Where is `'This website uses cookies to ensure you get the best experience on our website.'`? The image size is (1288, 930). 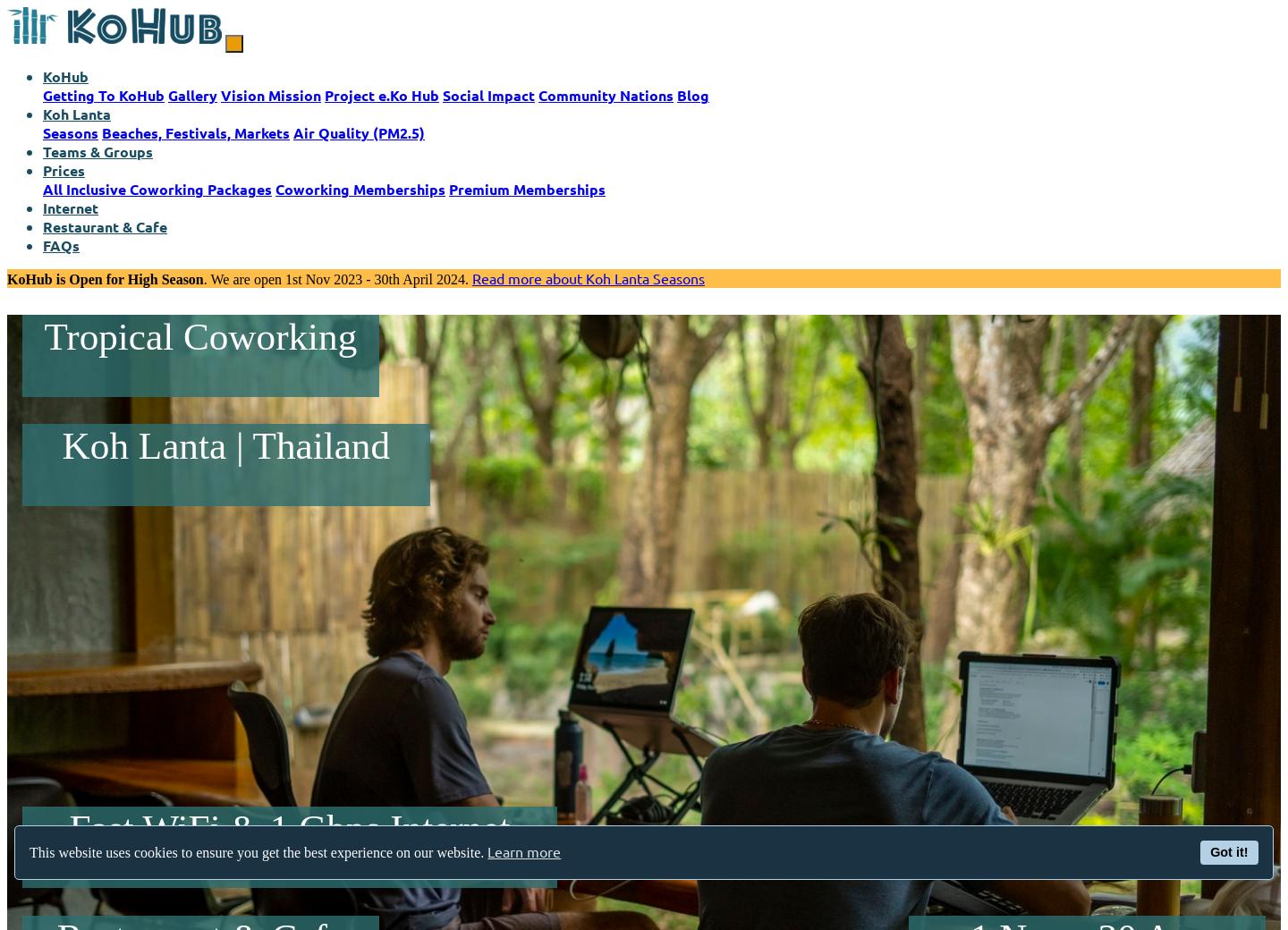
'This website uses cookies to ensure you get the best experience on our website.' is located at coordinates (258, 852).